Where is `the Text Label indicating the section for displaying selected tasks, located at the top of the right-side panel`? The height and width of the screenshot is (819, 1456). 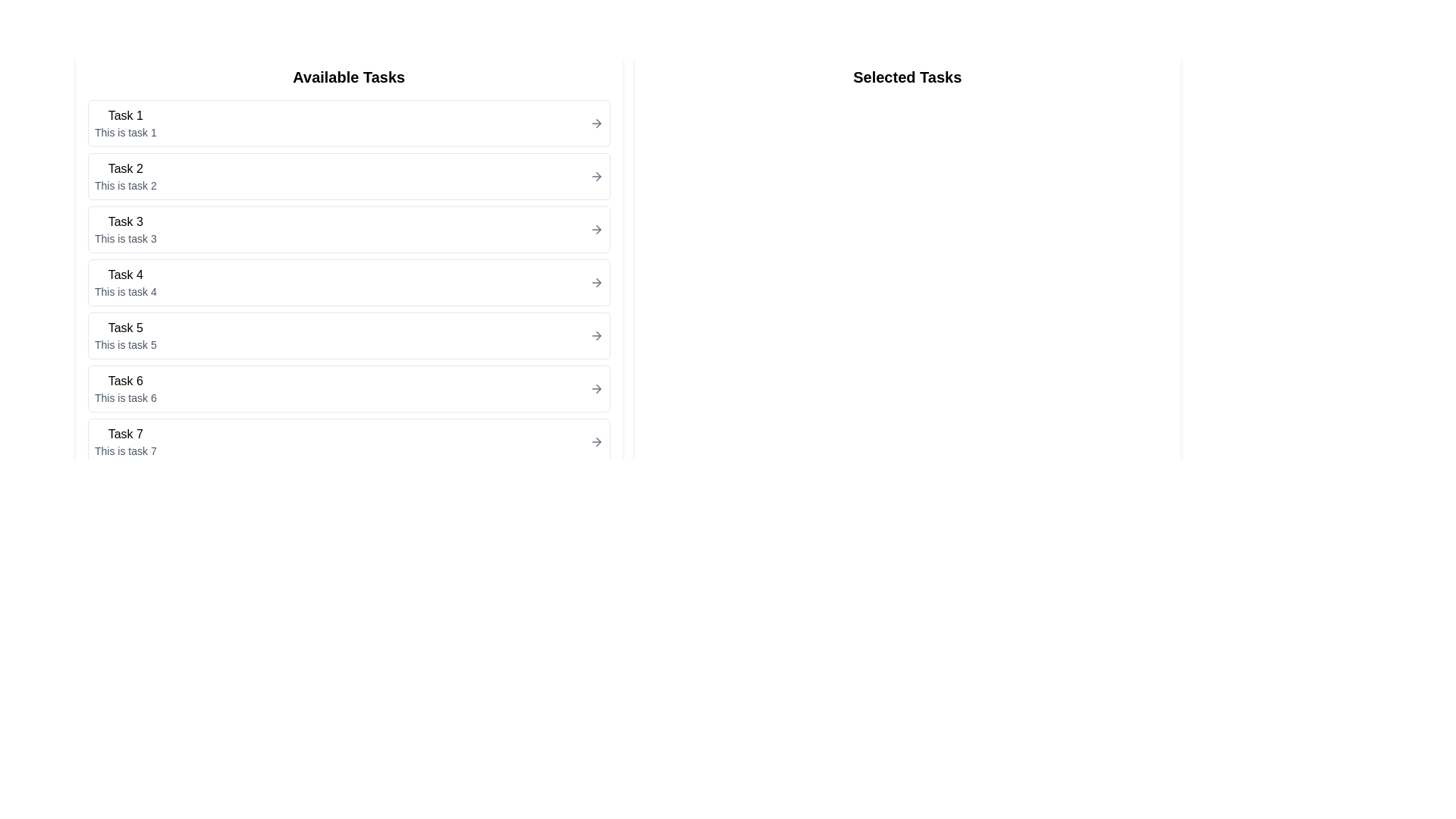
the Text Label indicating the section for displaying selected tasks, located at the top of the right-side panel is located at coordinates (907, 77).